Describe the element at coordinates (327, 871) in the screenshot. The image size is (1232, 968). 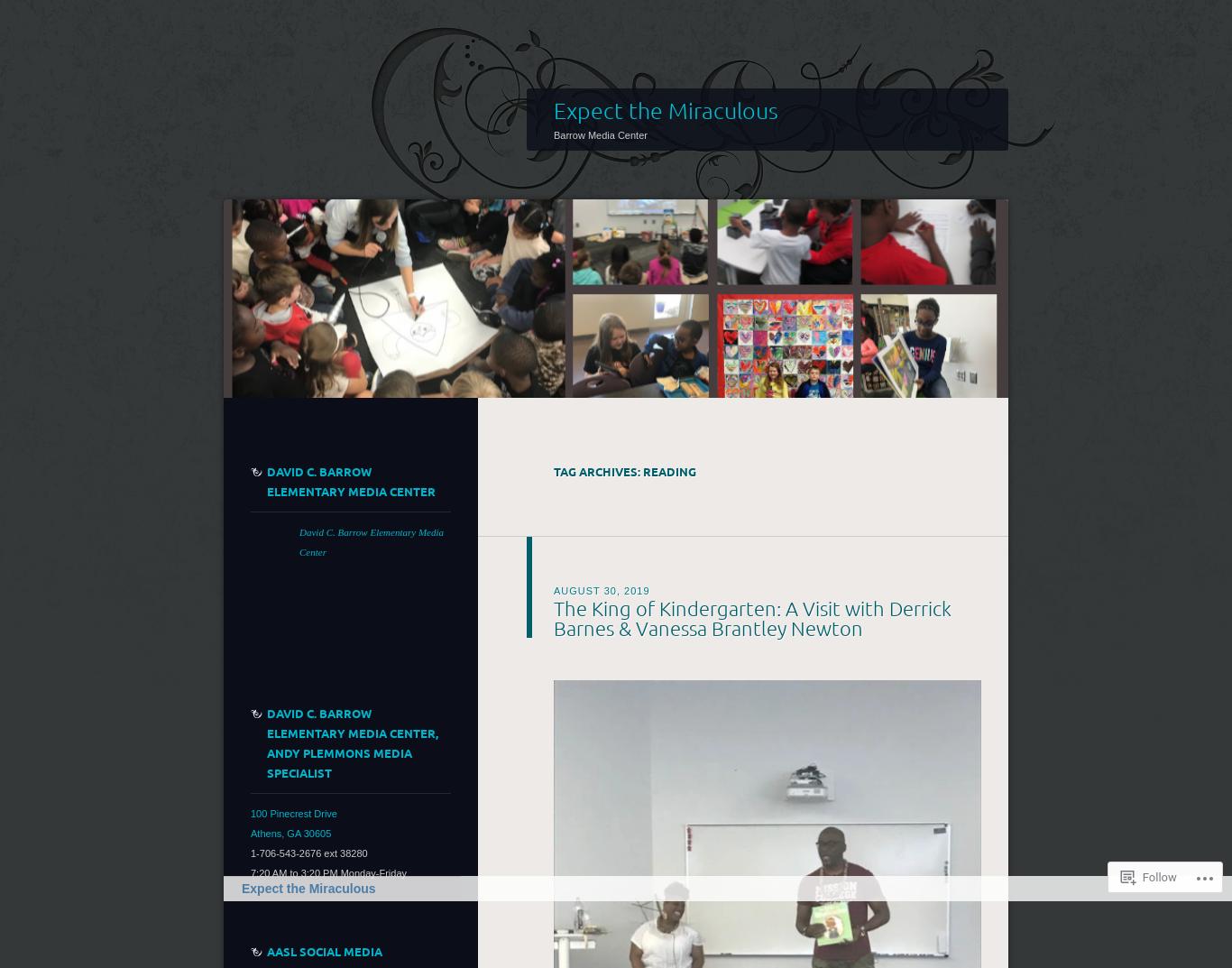
I see `'7:20 AM to 3:20 PM Monday-Friday'` at that location.